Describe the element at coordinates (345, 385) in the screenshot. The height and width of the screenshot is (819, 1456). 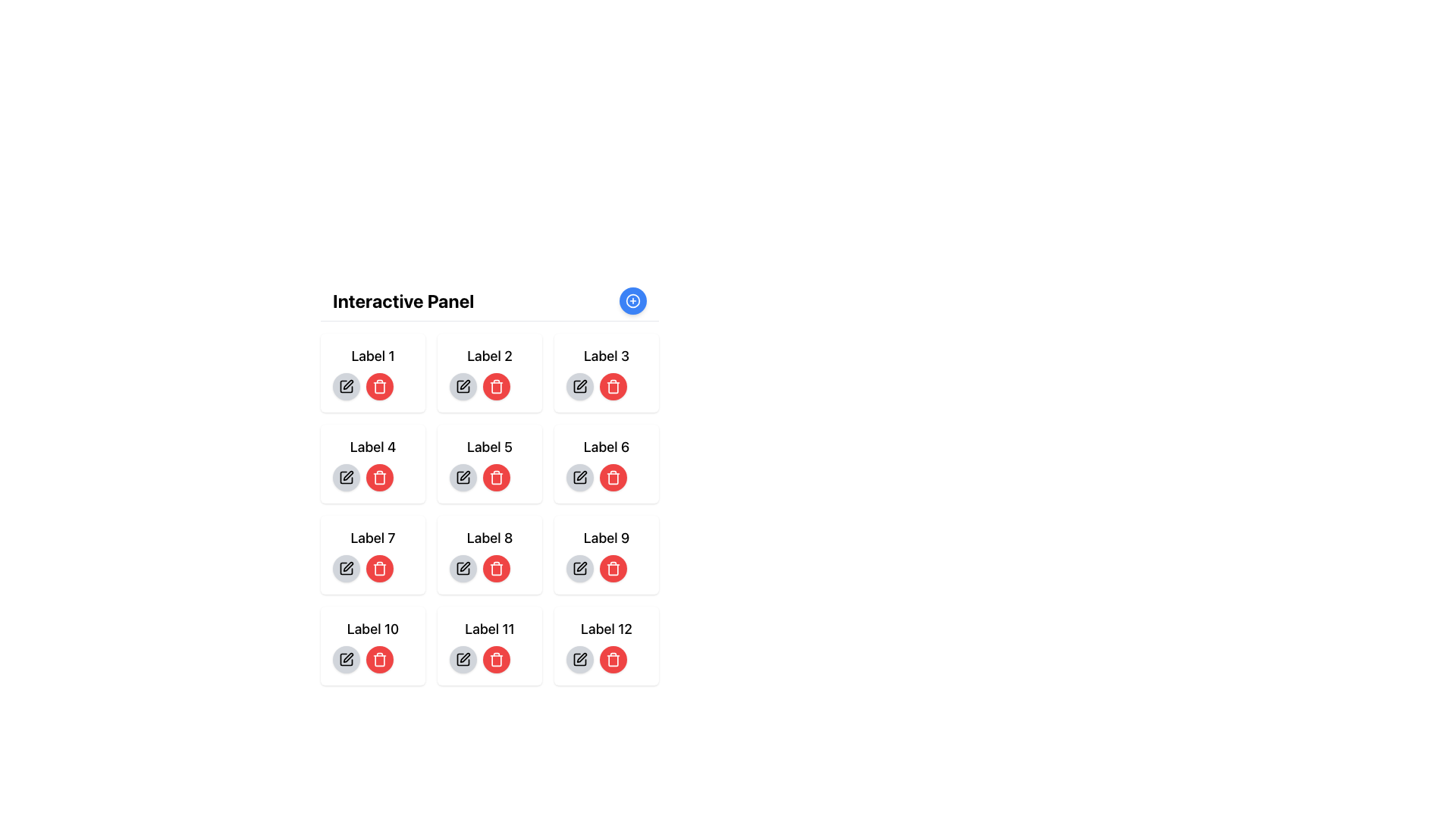
I see `the circular button featuring a black outlined square with a pen icon, located in the top-left corner of the grid under 'Label 1'` at that location.